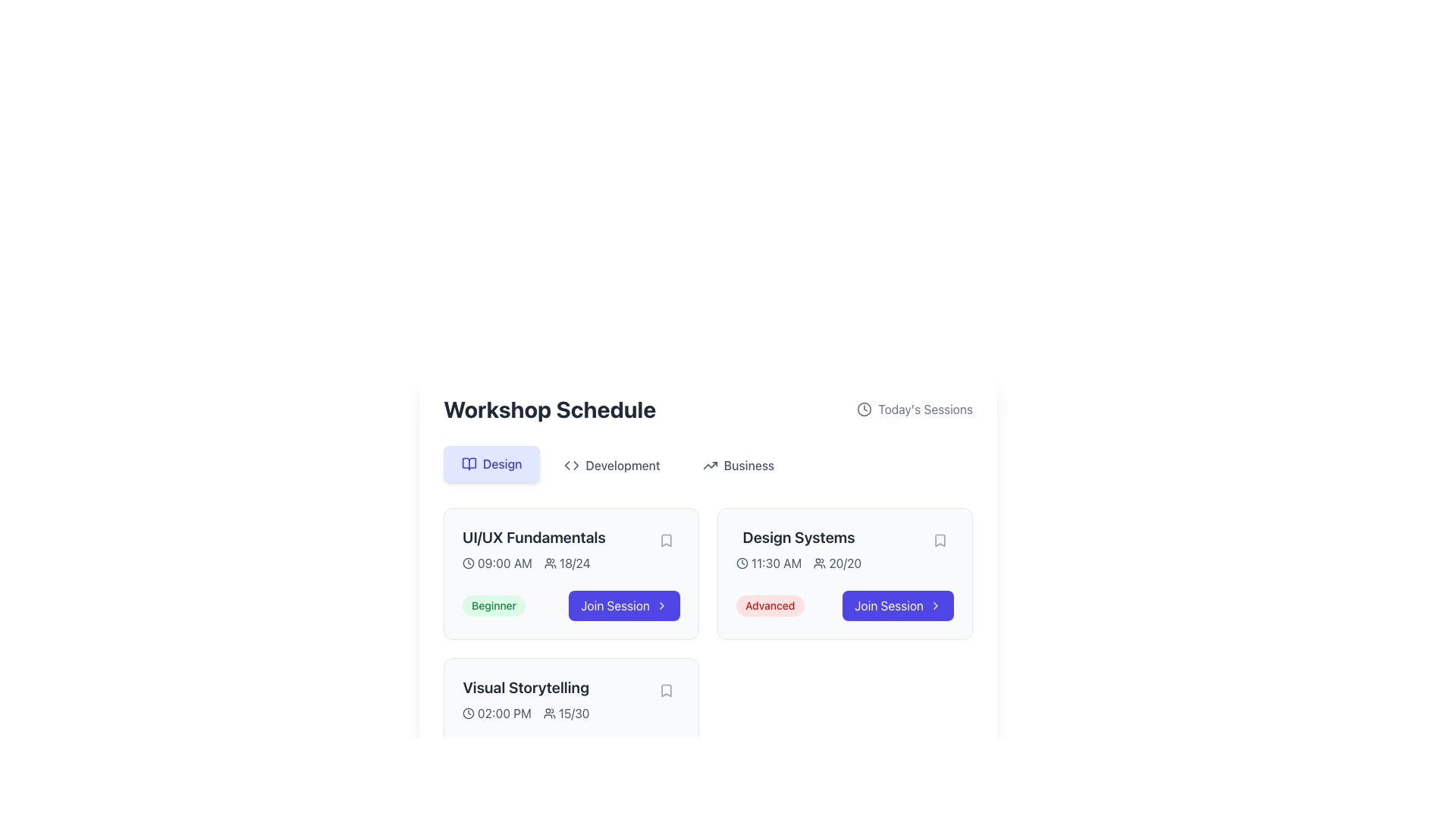 This screenshot has width=1456, height=819. I want to click on the bookmark-shaped icon button located in the bottom-right corner of the 'Visual Storytelling' workshop card, so click(666, 690).